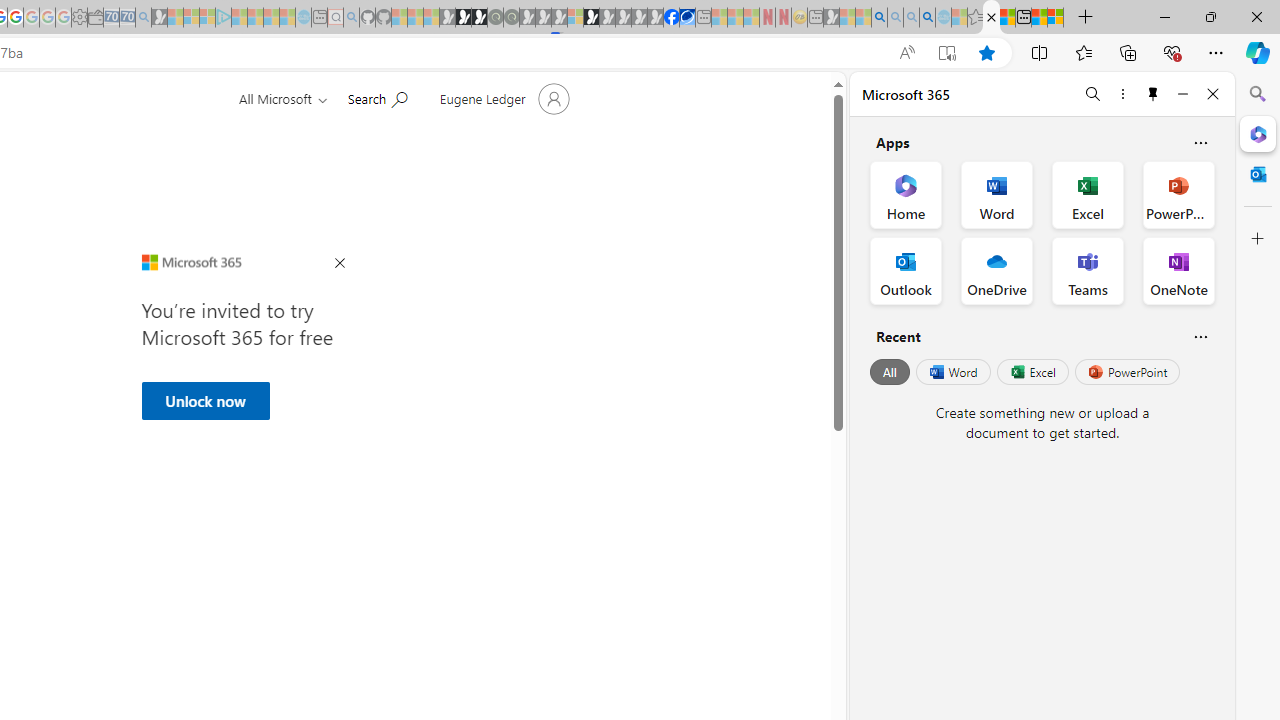 The height and width of the screenshot is (720, 1280). I want to click on 'Play Zoo Boom in your browser | Games from Microsoft Start', so click(462, 17).